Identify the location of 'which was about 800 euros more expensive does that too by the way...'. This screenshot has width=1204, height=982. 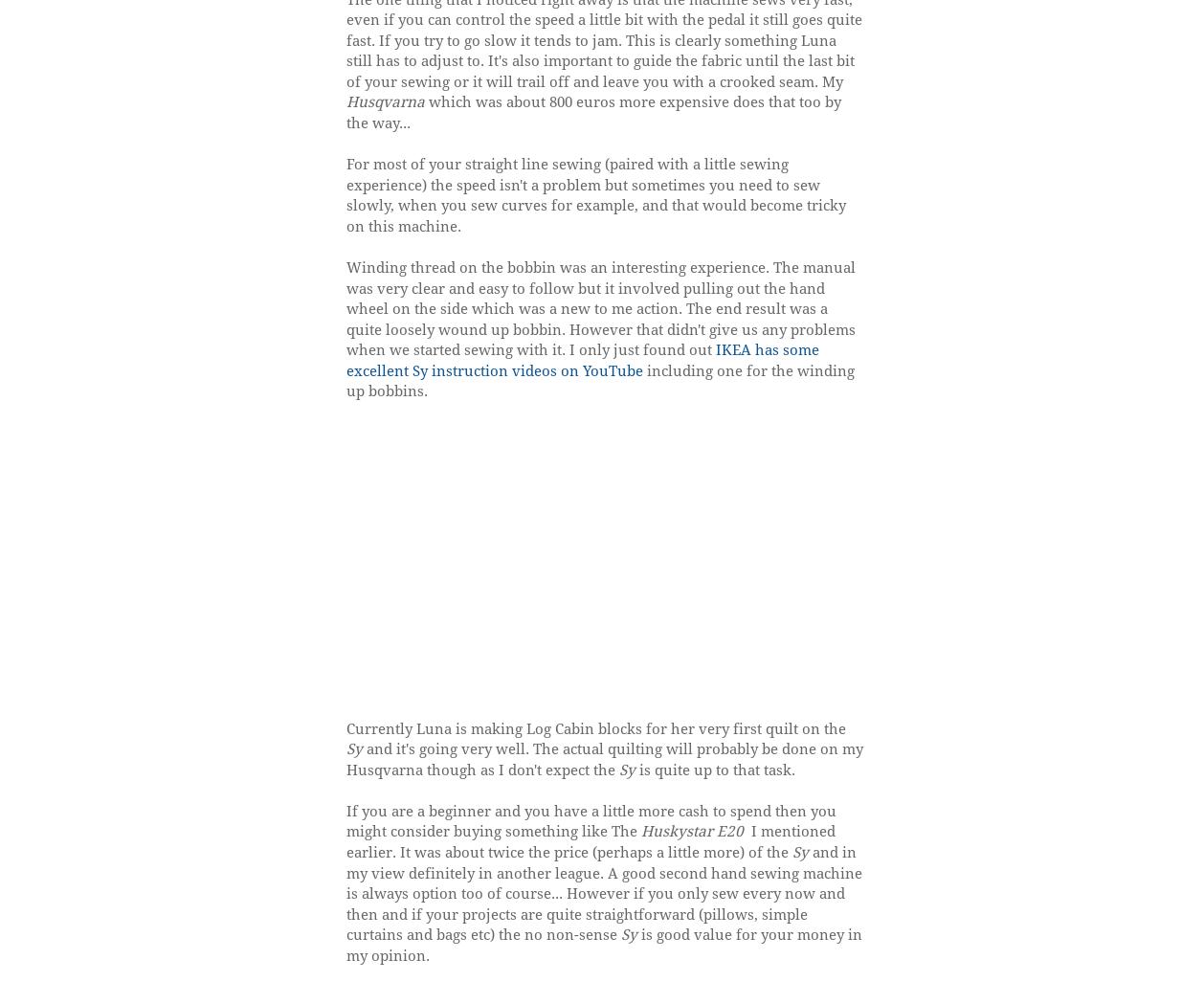
(592, 112).